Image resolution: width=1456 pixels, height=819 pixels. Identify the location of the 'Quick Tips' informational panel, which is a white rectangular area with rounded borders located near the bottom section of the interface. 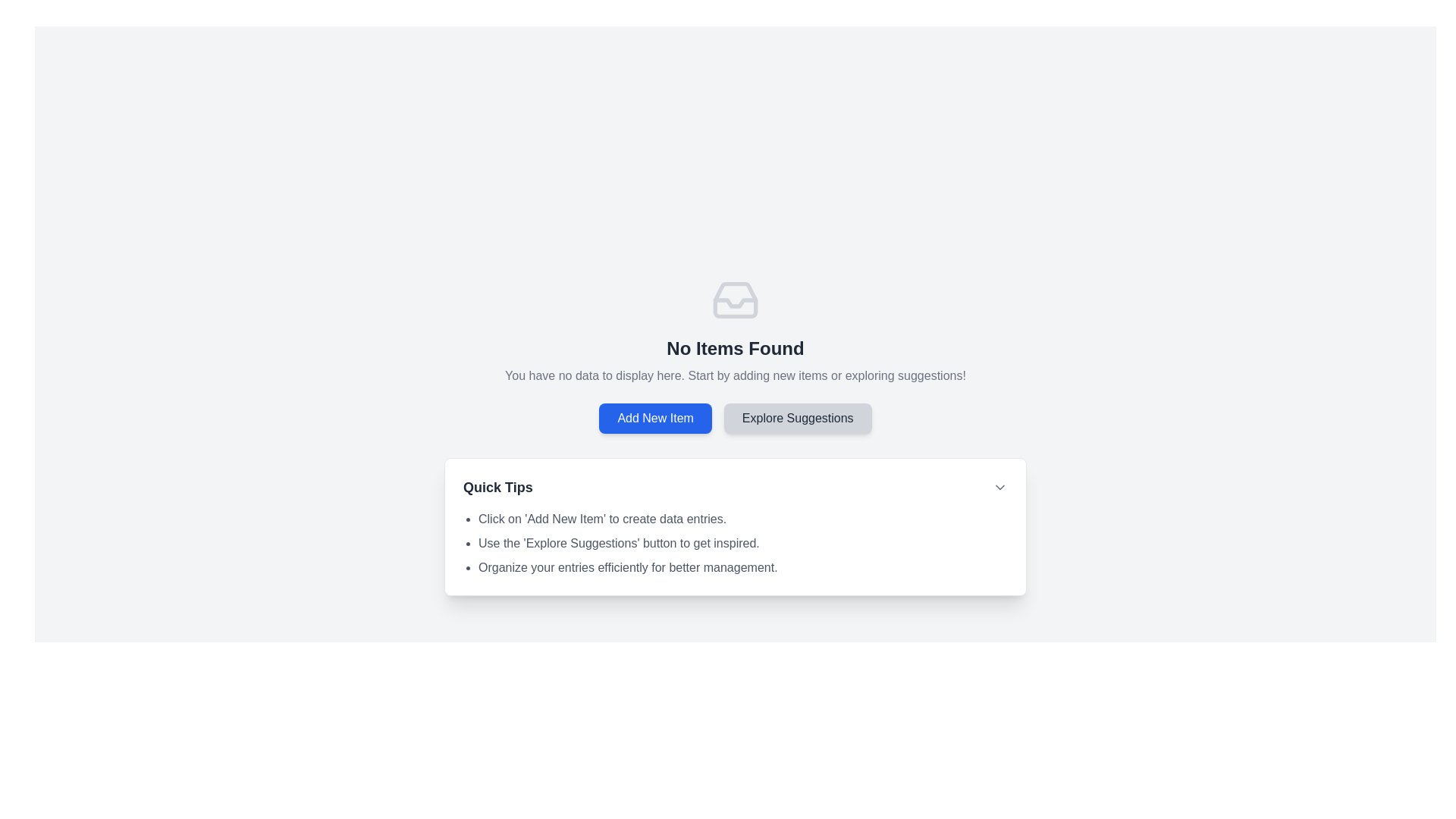
(735, 526).